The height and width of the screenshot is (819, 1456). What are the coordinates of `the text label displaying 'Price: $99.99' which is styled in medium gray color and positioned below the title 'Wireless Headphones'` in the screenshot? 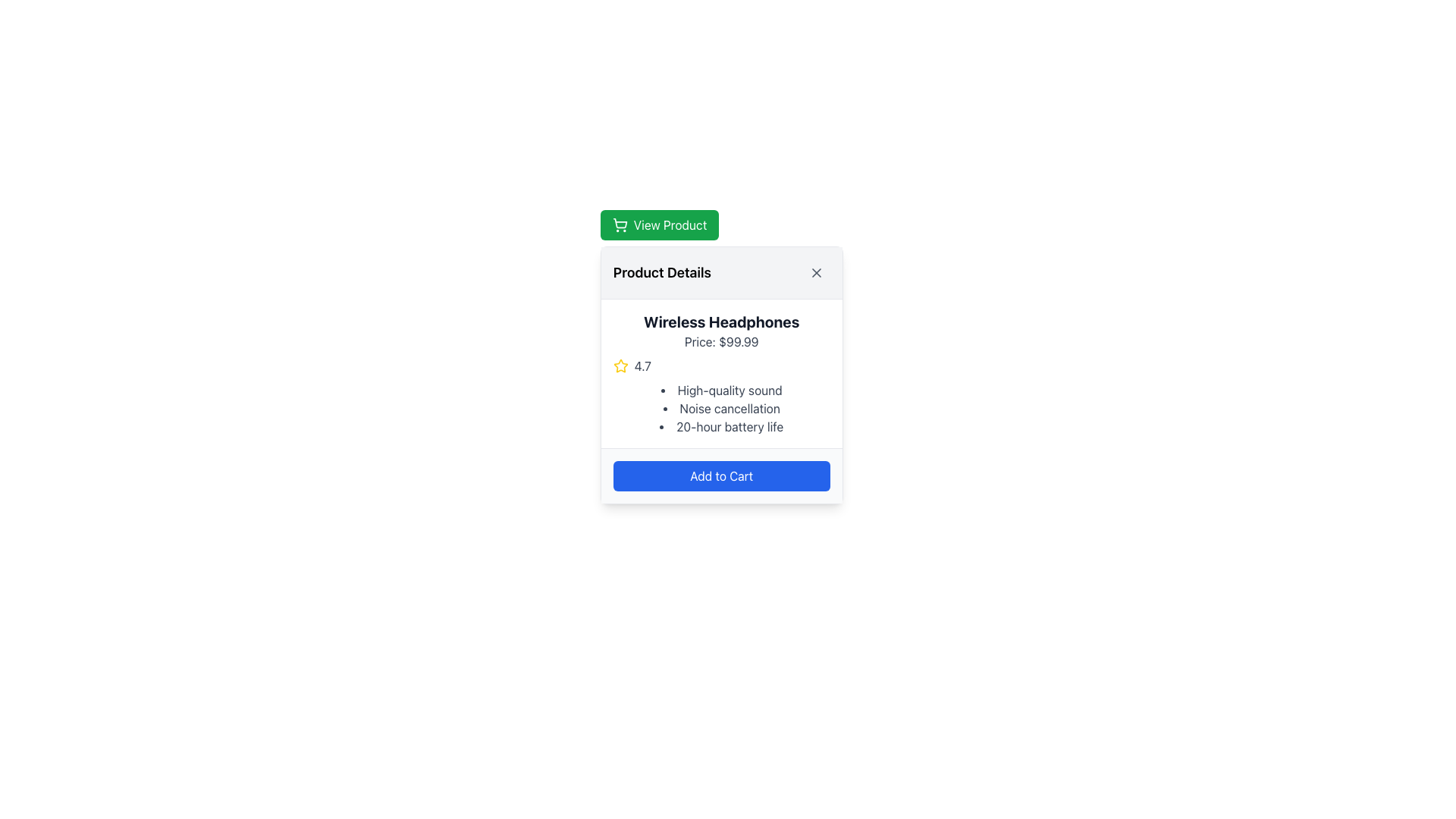 It's located at (720, 342).